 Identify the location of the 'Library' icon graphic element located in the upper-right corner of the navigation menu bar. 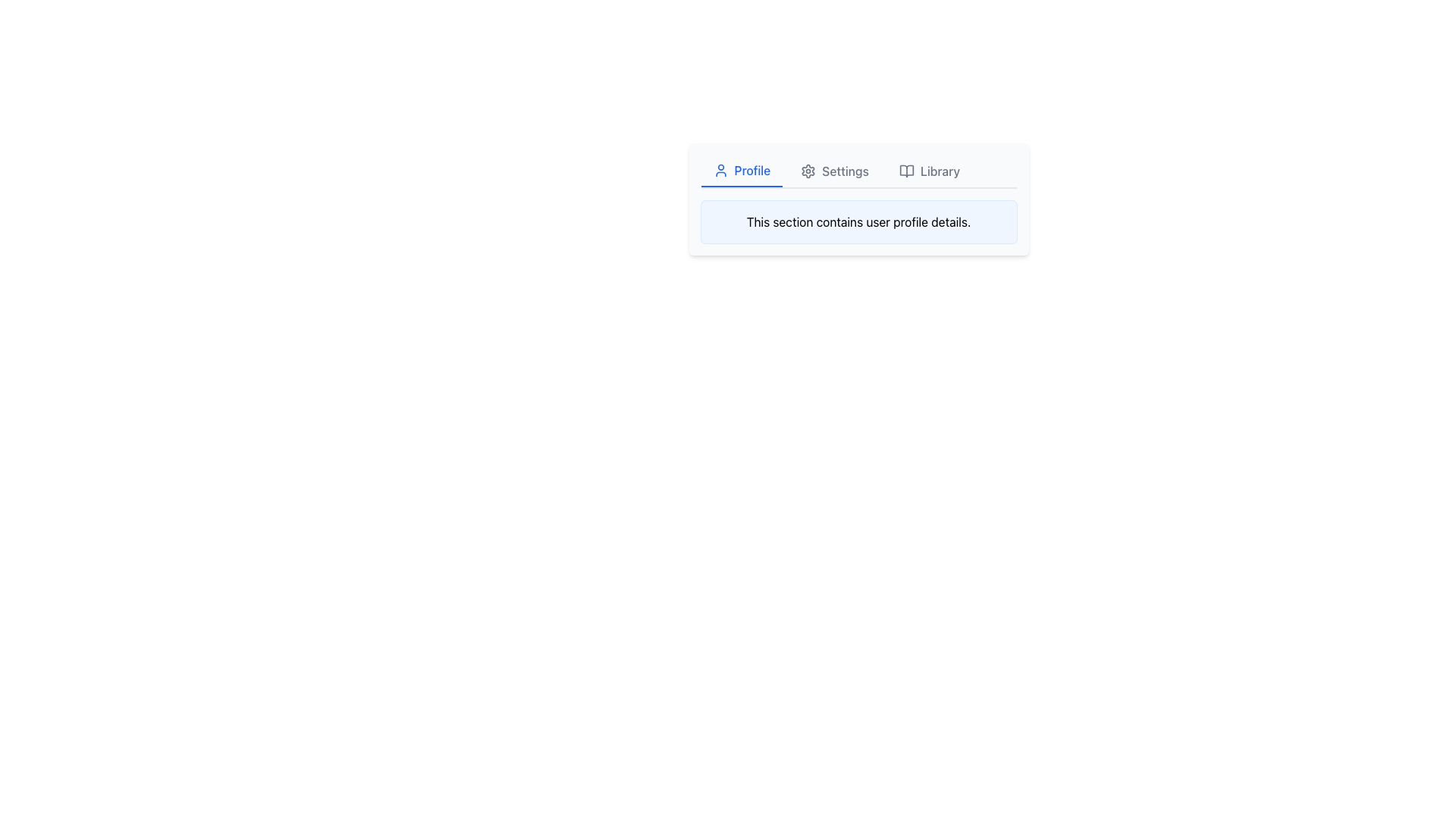
(906, 171).